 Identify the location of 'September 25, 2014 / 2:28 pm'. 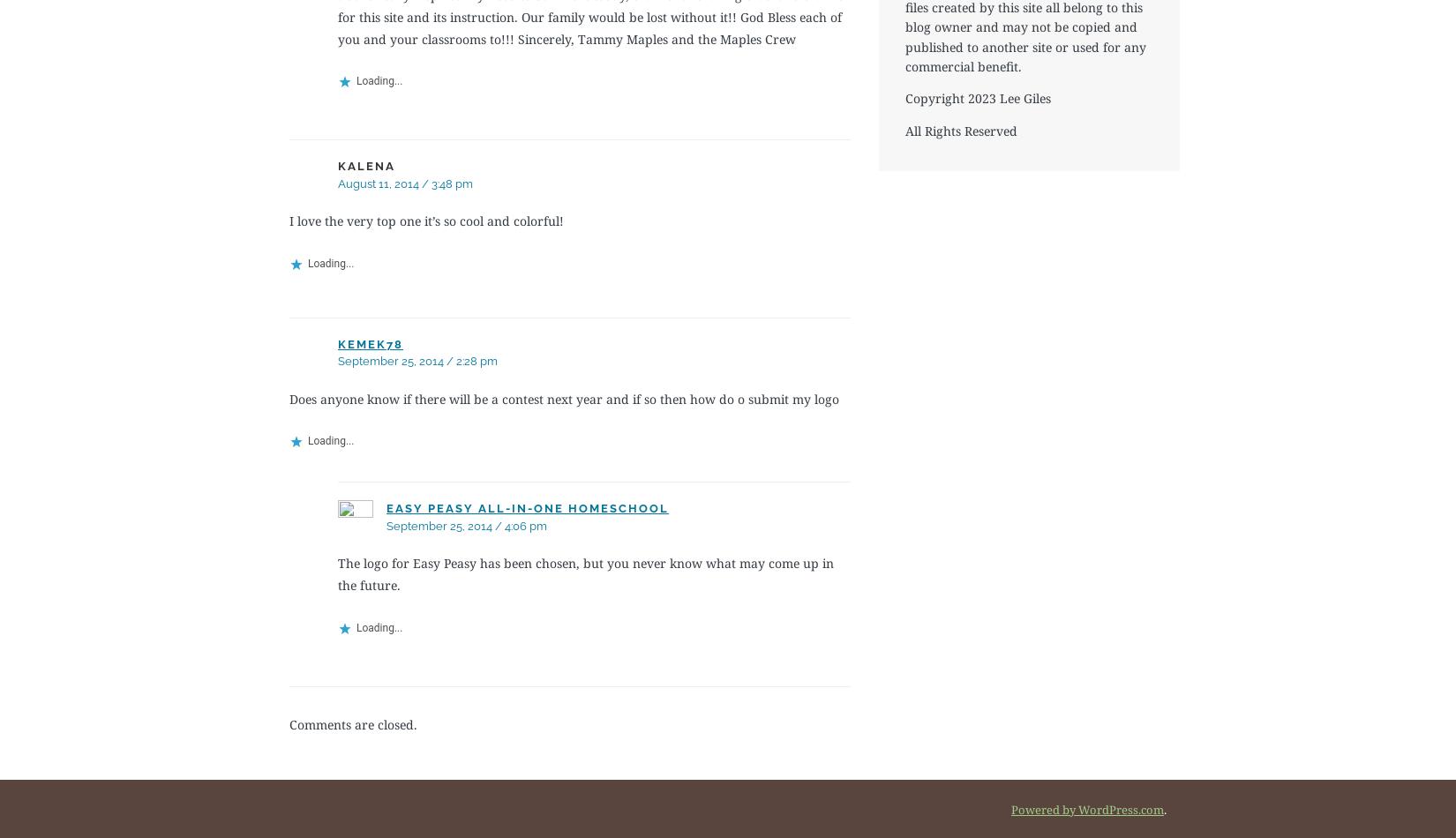
(417, 360).